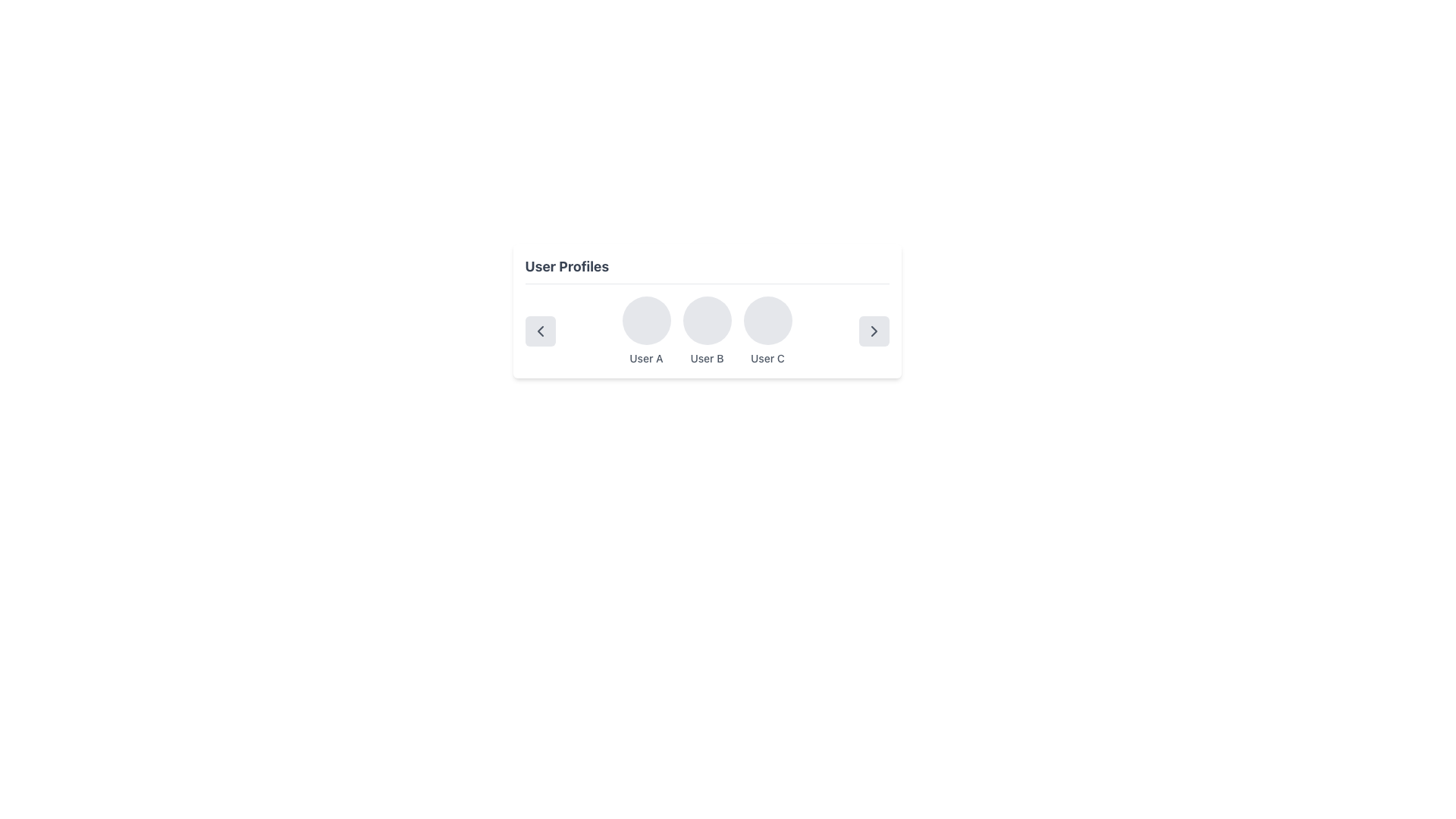  I want to click on the text label reading 'User C', which is the third label in a row of similar labels located beneath a circular avatar within a user profile section, so click(767, 359).